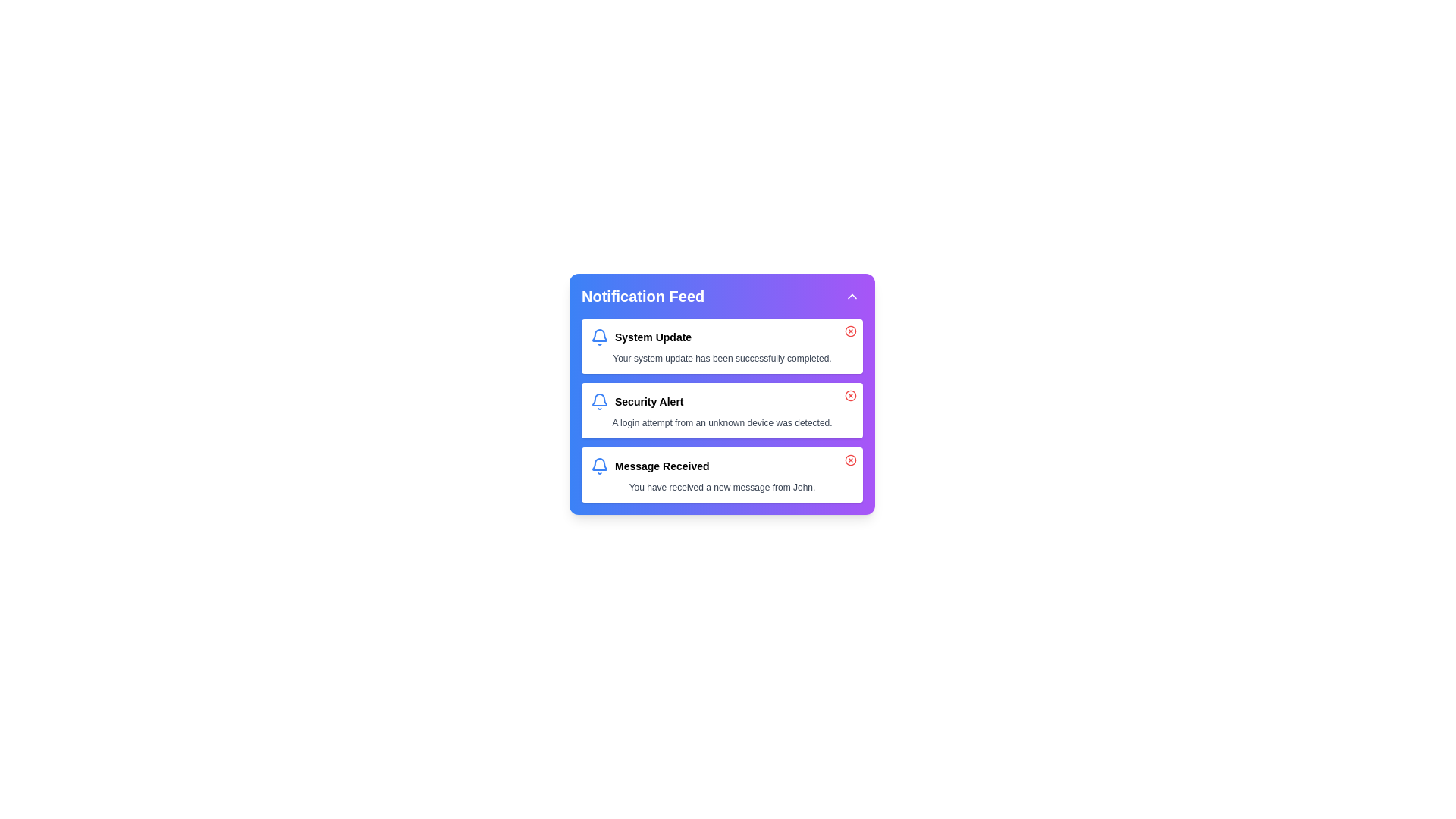  What do you see at coordinates (721, 488) in the screenshot?
I see `the static text display that informs the user about a new message received, which is positioned below the 'Message Received' text` at bounding box center [721, 488].